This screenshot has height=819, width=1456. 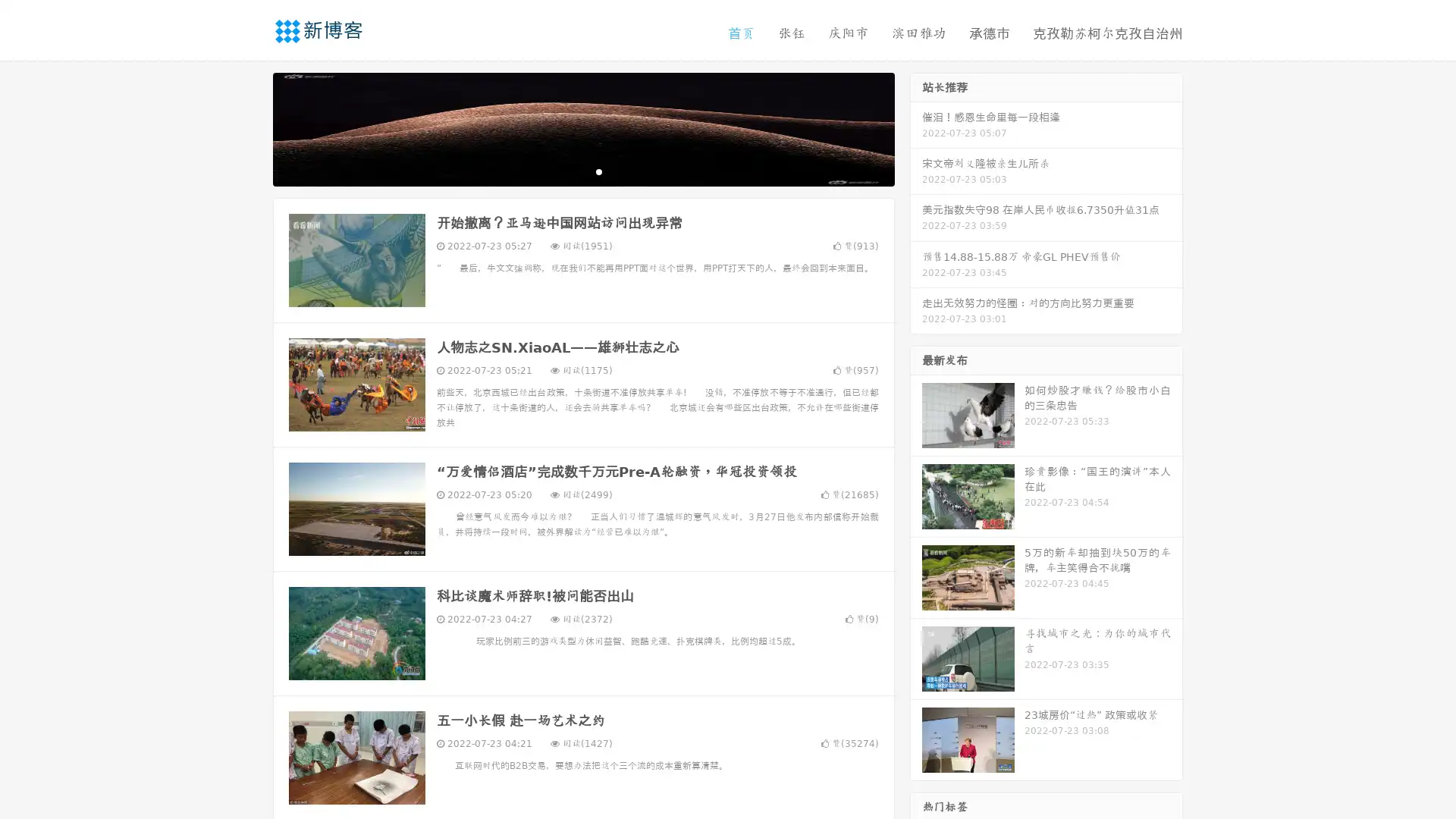 I want to click on Next slide, so click(x=916, y=127).